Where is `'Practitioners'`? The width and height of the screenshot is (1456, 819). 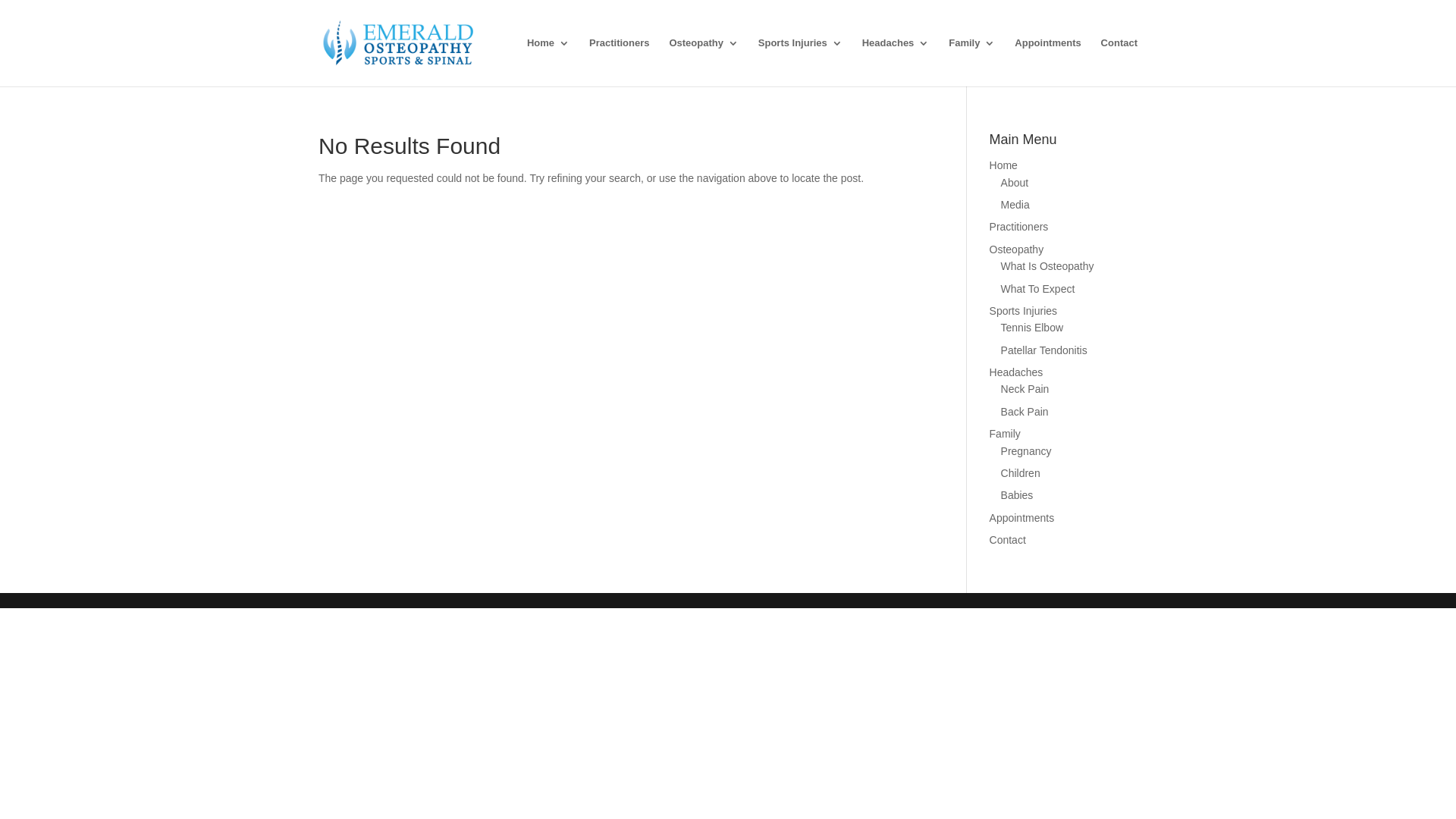 'Practitioners' is located at coordinates (990, 227).